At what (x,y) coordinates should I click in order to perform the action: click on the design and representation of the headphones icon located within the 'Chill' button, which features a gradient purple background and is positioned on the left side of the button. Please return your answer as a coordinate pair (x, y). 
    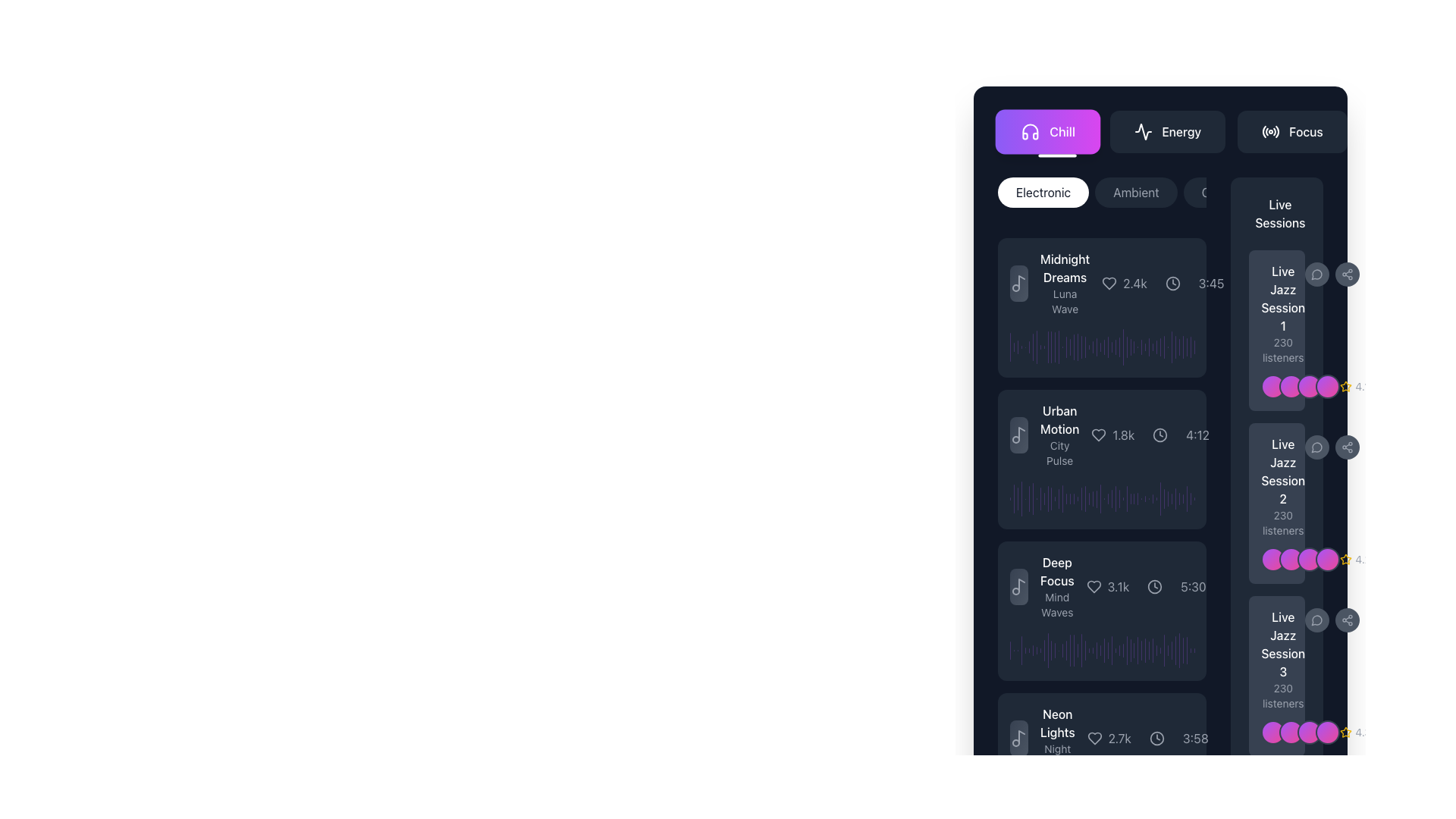
    Looking at the image, I should click on (1030, 130).